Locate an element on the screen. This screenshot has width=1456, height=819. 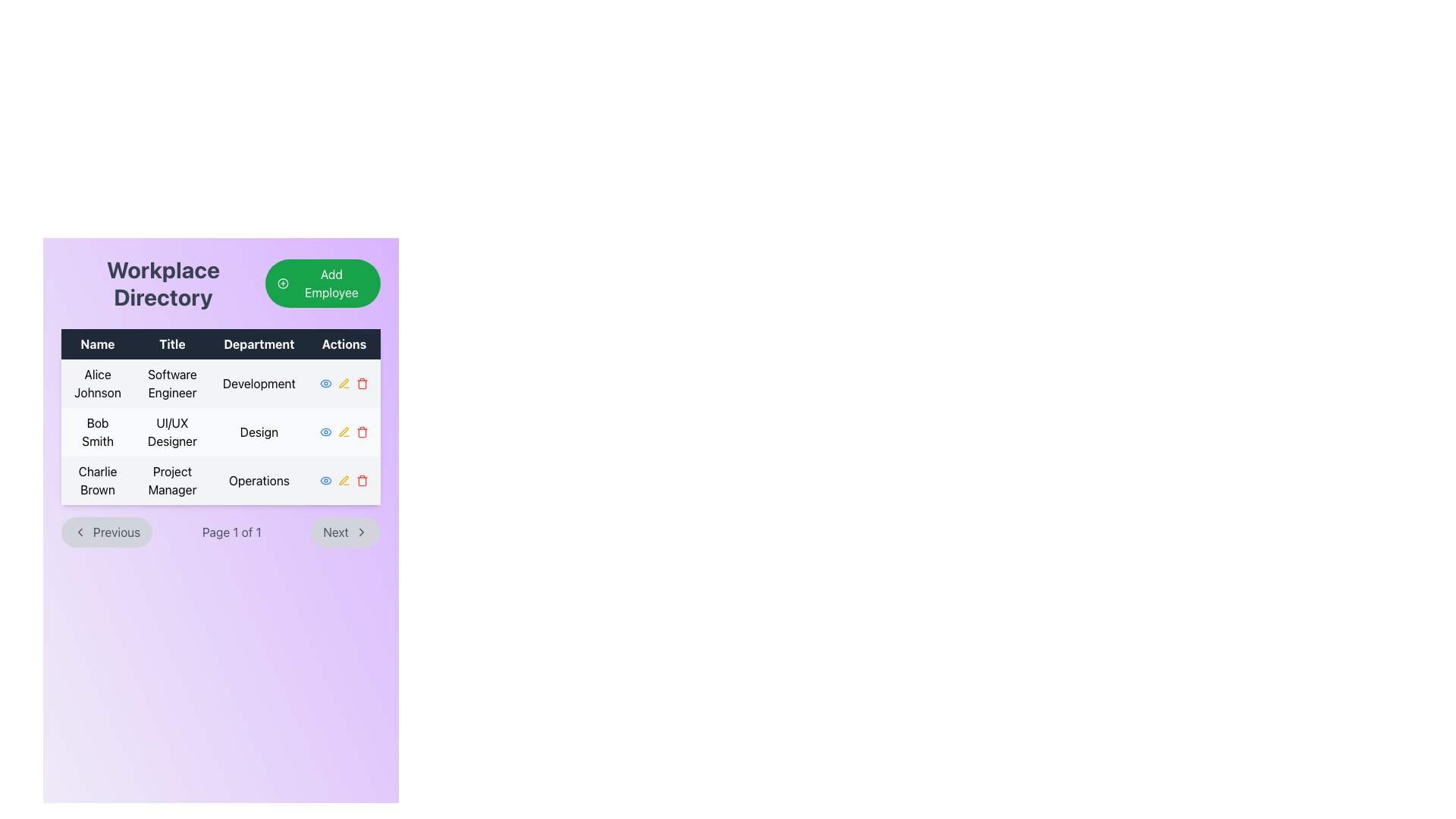
the blue eye-shaped icon in the 'Actions' column of the second row for the employee 'Bob Smith' is located at coordinates (325, 382).